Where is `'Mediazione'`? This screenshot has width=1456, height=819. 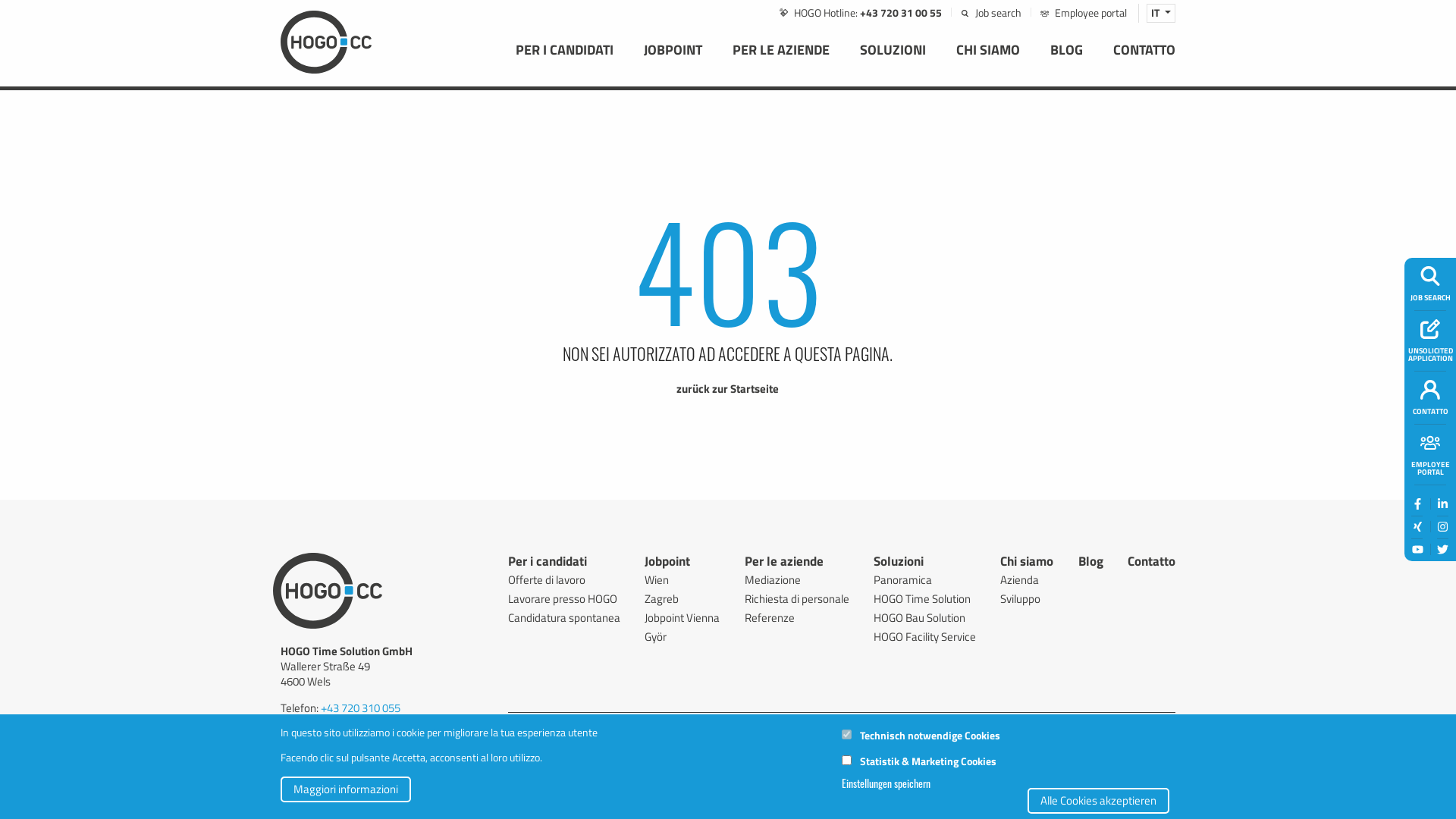
'Mediazione' is located at coordinates (796, 579).